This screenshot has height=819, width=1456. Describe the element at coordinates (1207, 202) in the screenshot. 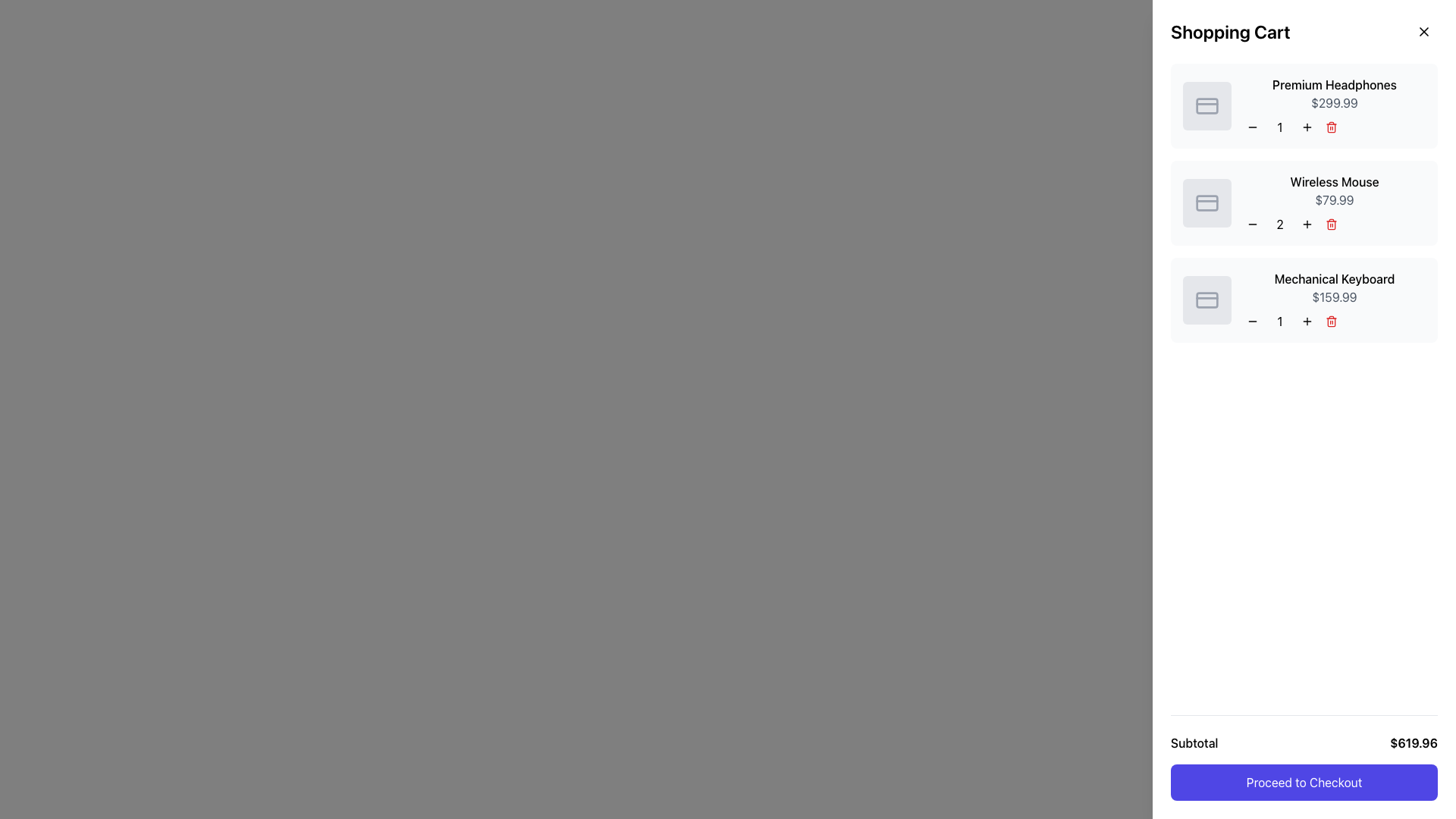

I see `the product image/icon representing 'Wireless Mouse' in the shopping cart list, which is the left-most component adjacent to the product's name and price` at that location.